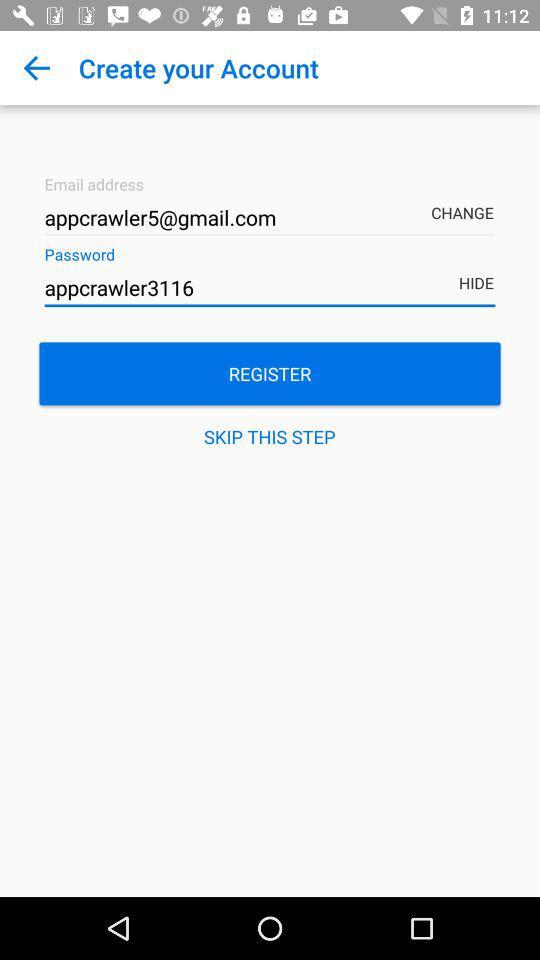 The width and height of the screenshot is (540, 960). I want to click on item below appcrawler3116 icon, so click(270, 372).